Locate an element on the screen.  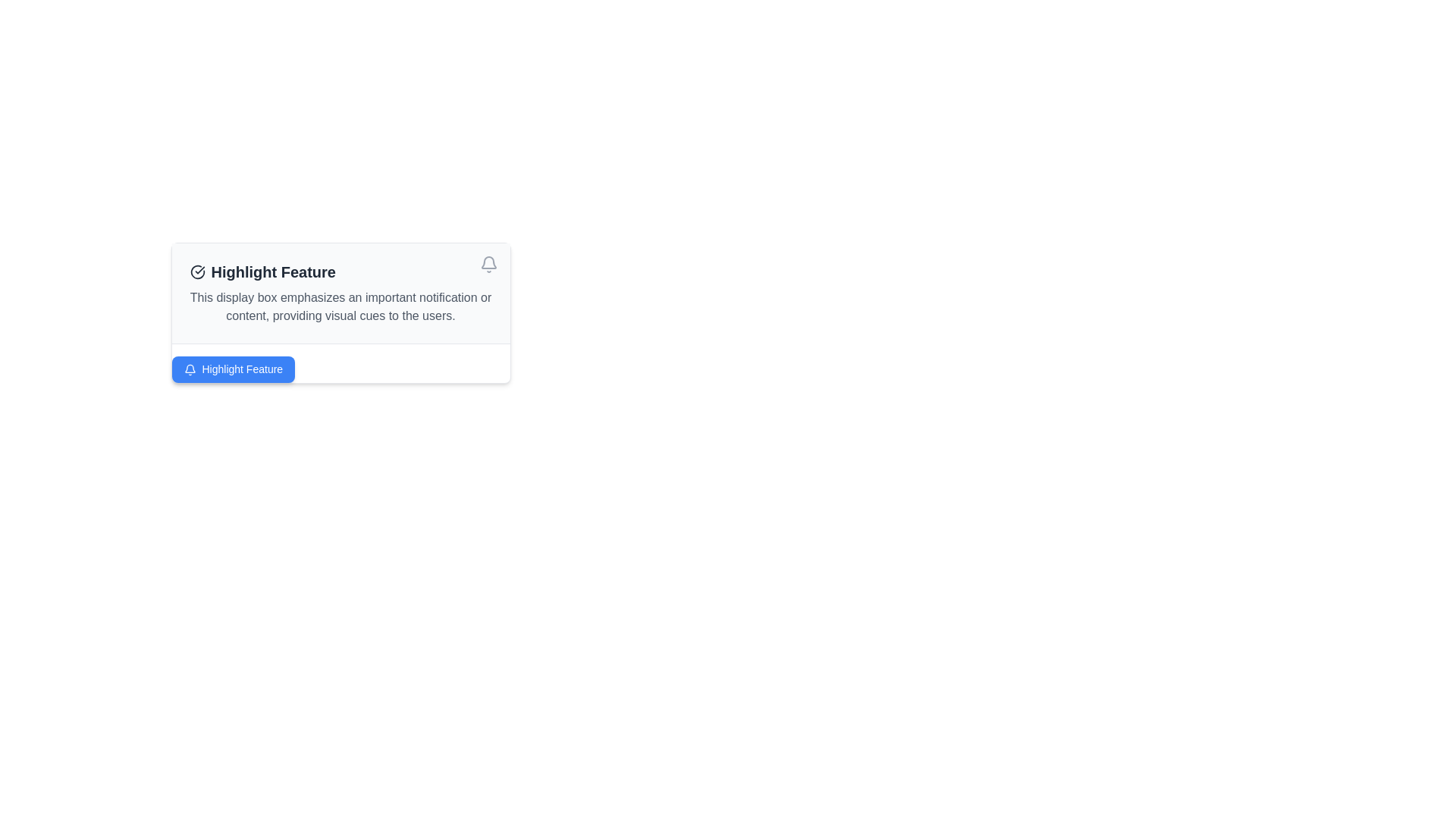
the bell notification icon located at the top-right corner of the 'Highlight Feature' box is located at coordinates (488, 262).